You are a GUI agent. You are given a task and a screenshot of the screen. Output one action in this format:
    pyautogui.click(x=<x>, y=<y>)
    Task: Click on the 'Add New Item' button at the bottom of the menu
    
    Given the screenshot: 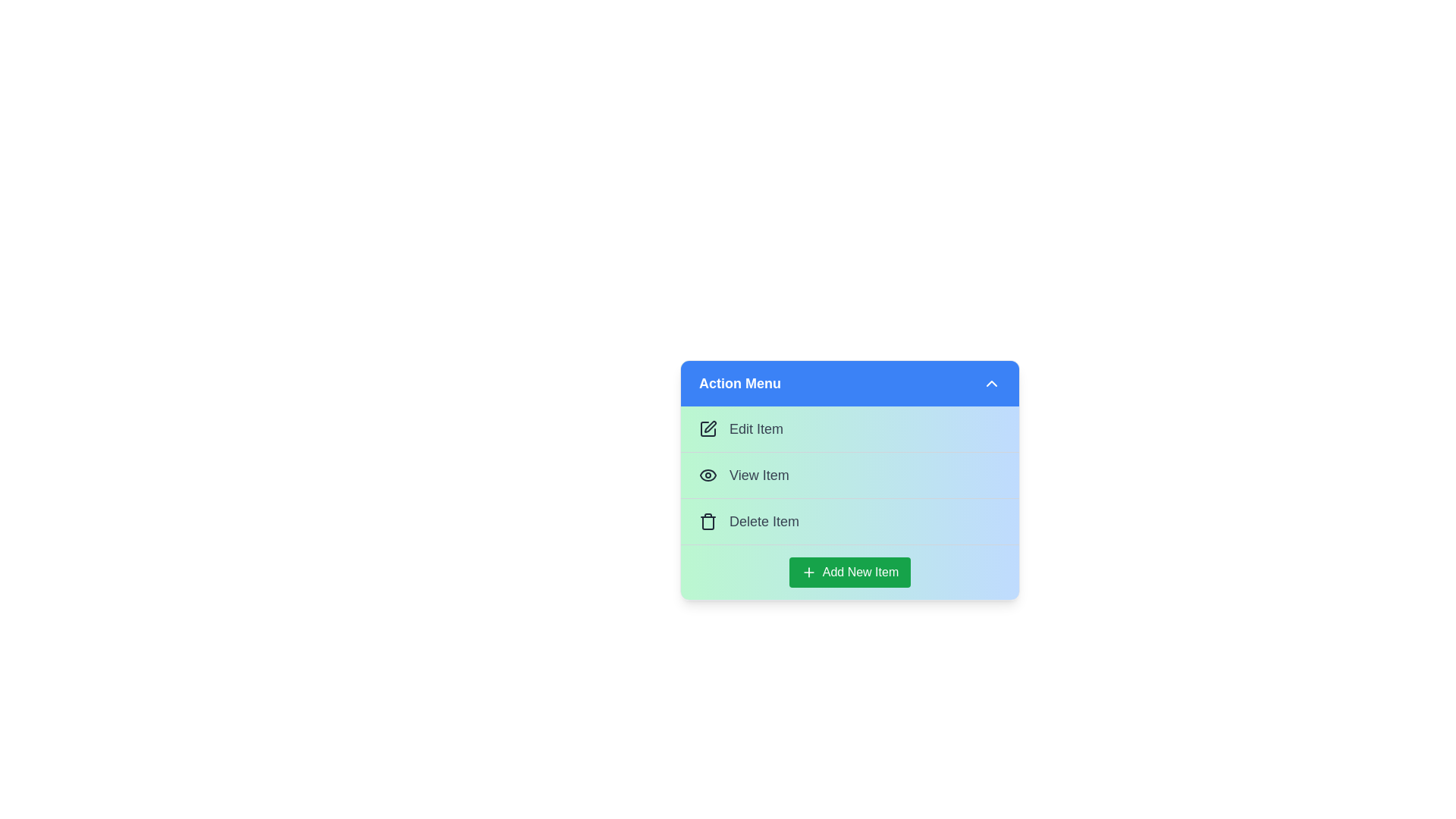 What is the action you would take?
    pyautogui.click(x=849, y=573)
    